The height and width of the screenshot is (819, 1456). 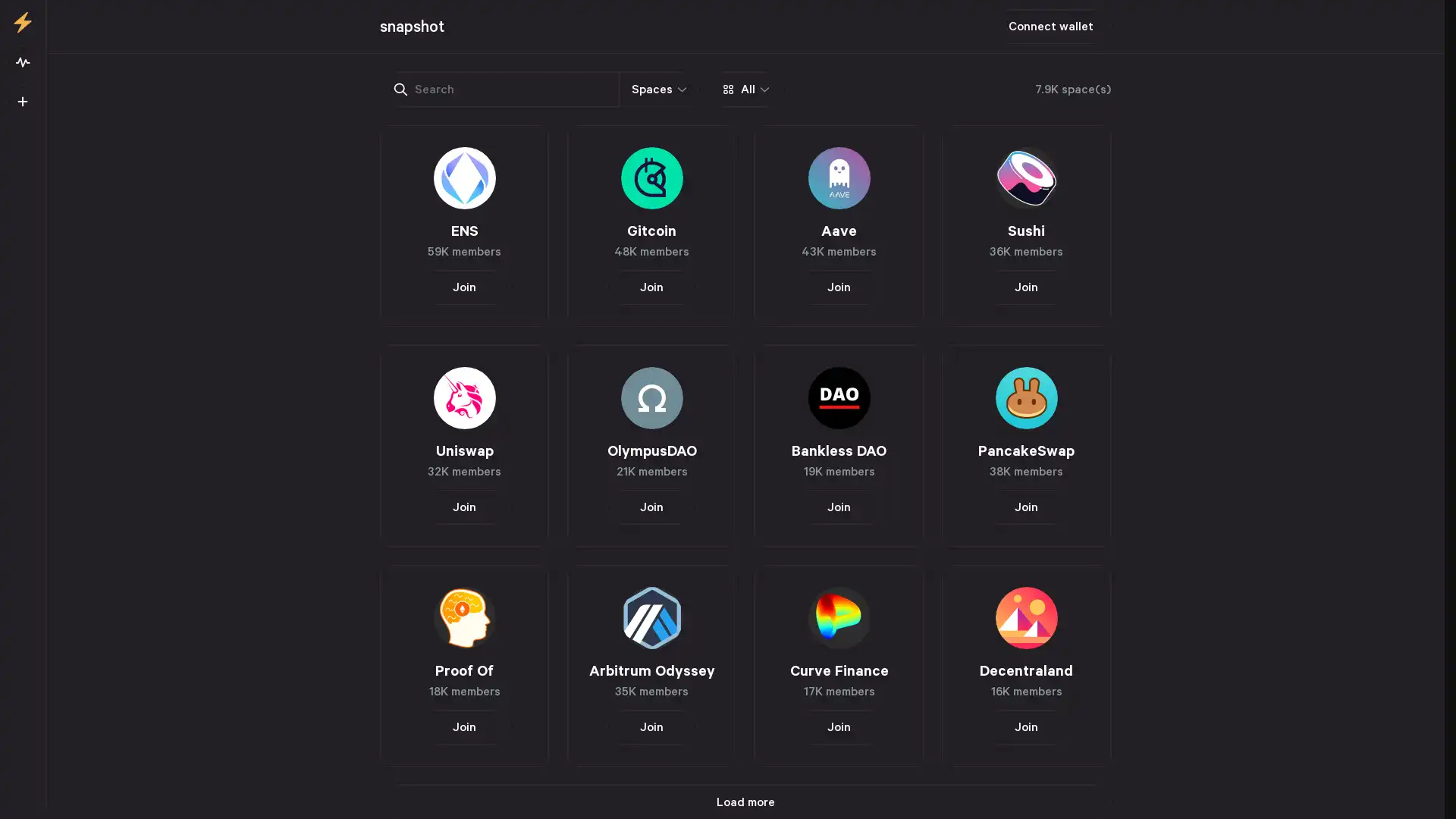 What do you see at coordinates (1026, 726) in the screenshot?
I see `Join` at bounding box center [1026, 726].